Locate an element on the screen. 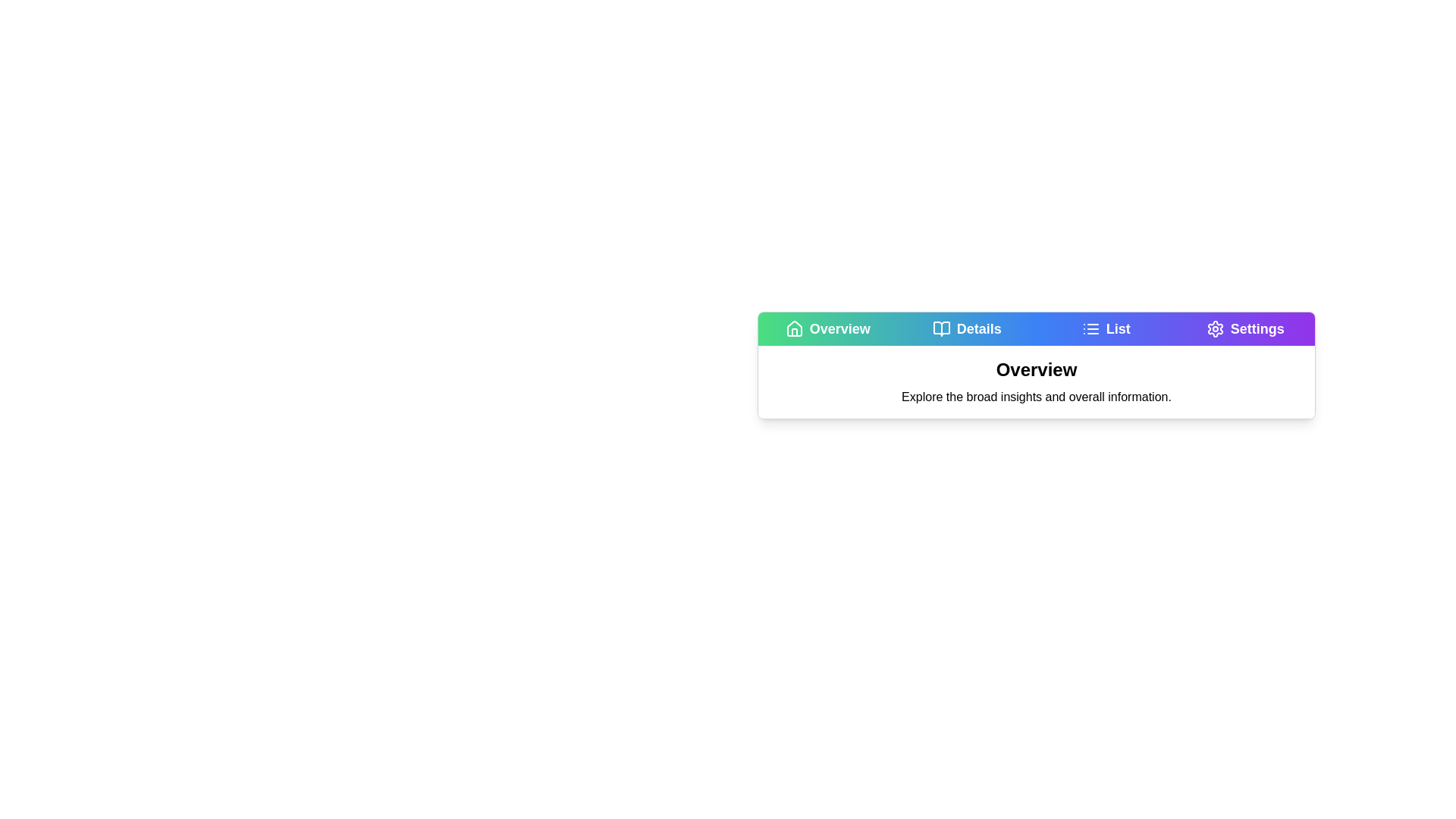 The height and width of the screenshot is (819, 1456). the Text block element containing the title 'Overview' and the description 'Explore the broad insights and overall information.' is located at coordinates (1036, 381).